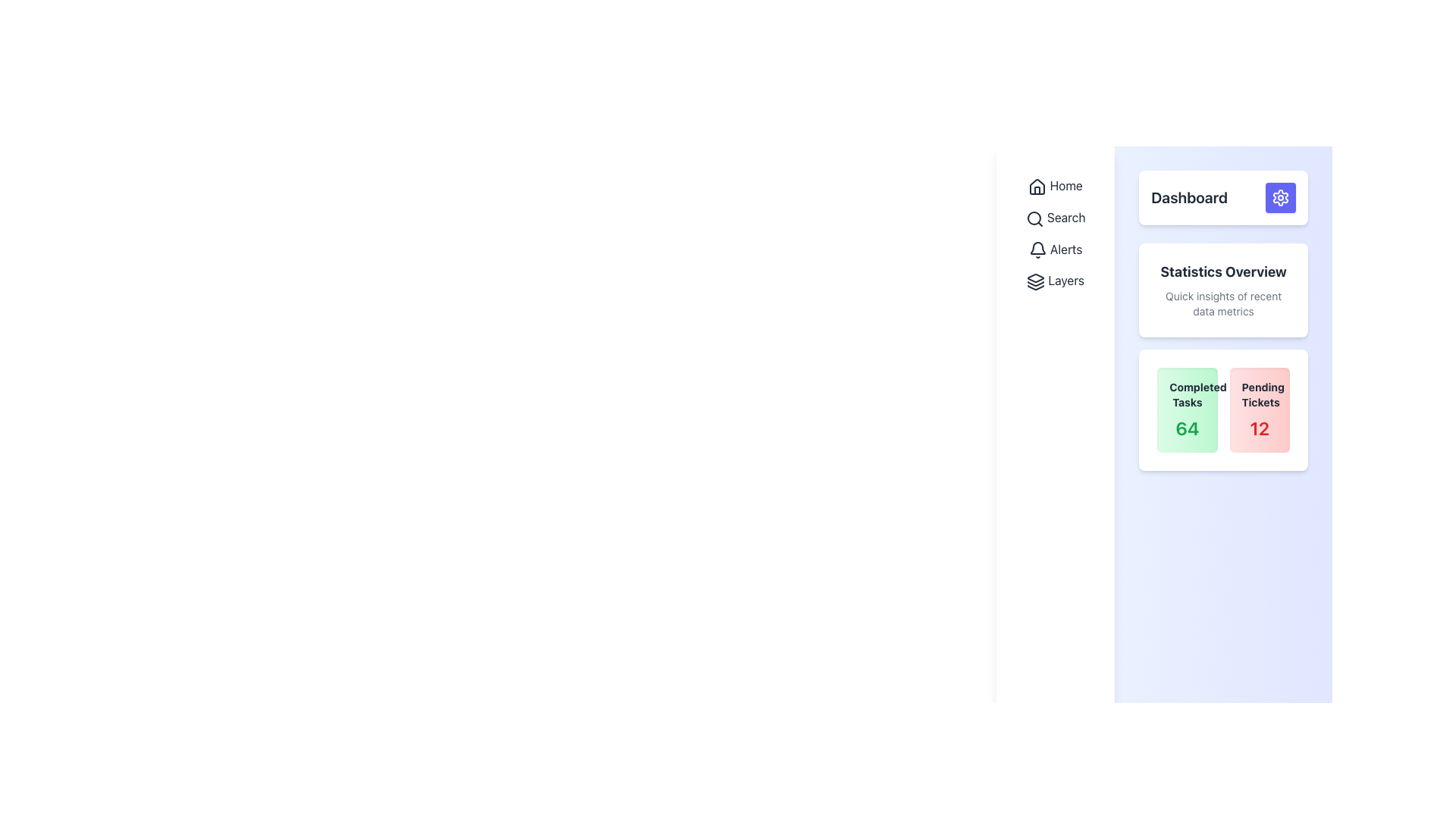 This screenshot has height=819, width=1456. What do you see at coordinates (1260, 394) in the screenshot?
I see `text label displaying 'Pending Tickets' located above the number '12' in the bottom right card of the 'Statistics Overview' section` at bounding box center [1260, 394].